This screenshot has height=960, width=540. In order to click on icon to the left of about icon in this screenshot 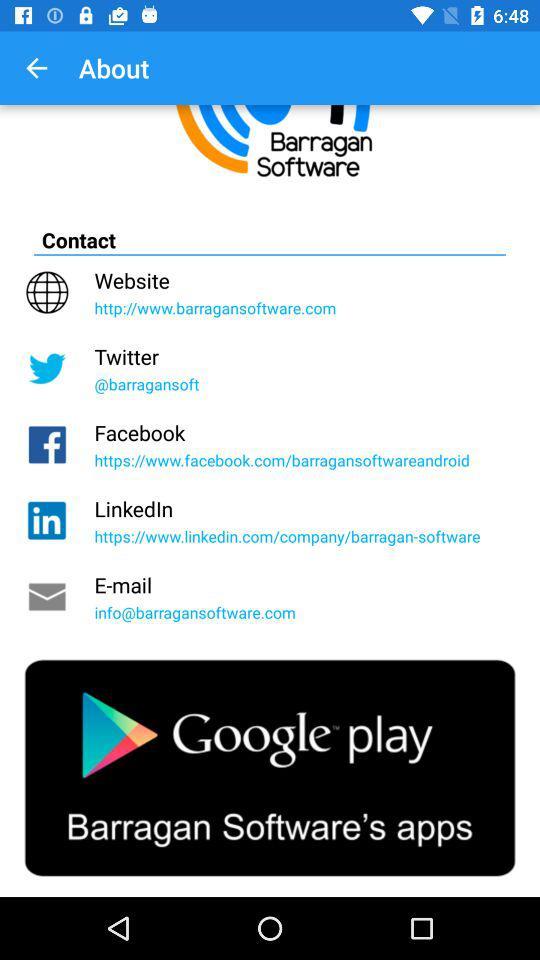, I will do `click(36, 68)`.